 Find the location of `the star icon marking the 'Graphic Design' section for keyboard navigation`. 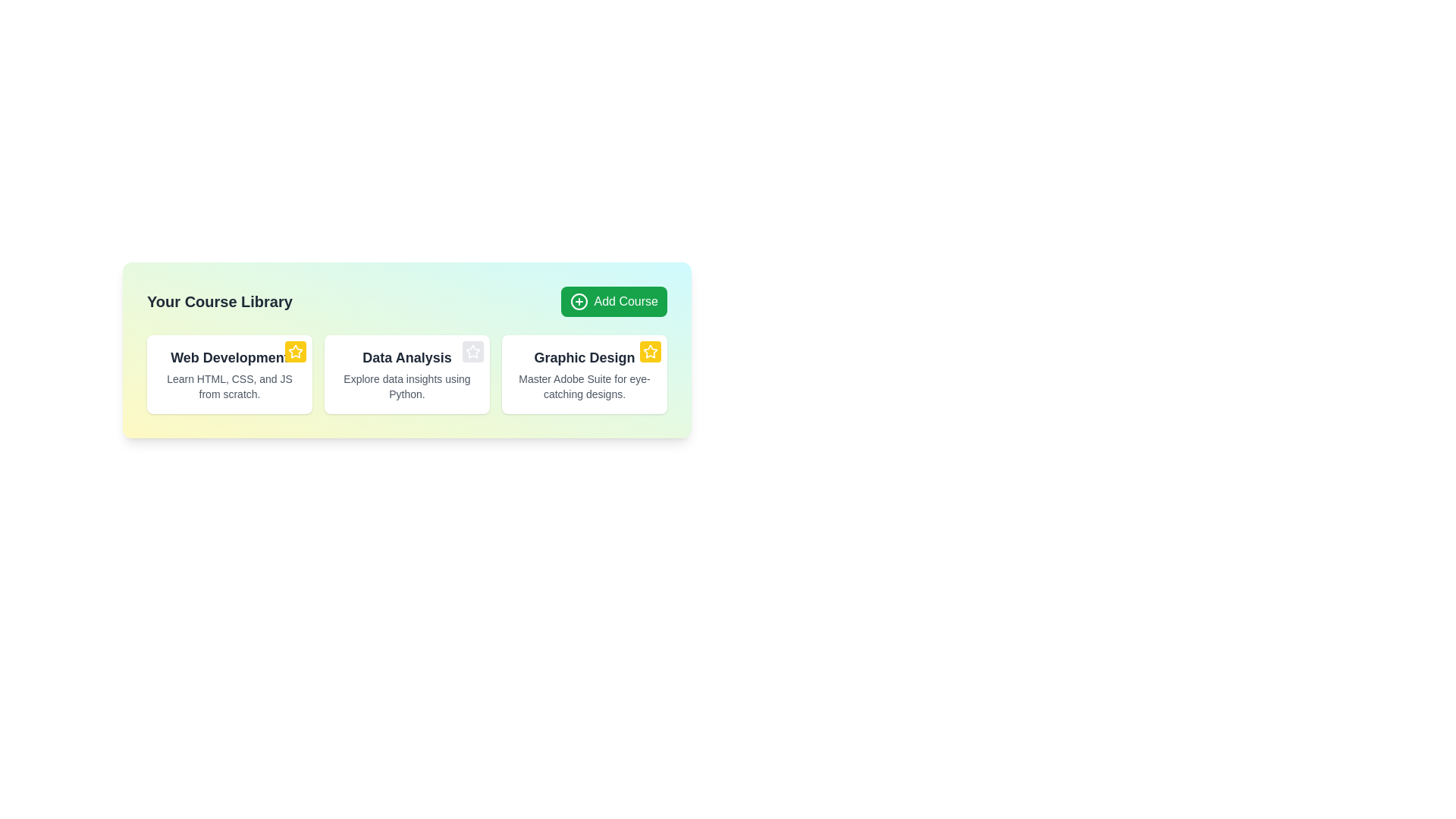

the star icon marking the 'Graphic Design' section for keyboard navigation is located at coordinates (472, 351).